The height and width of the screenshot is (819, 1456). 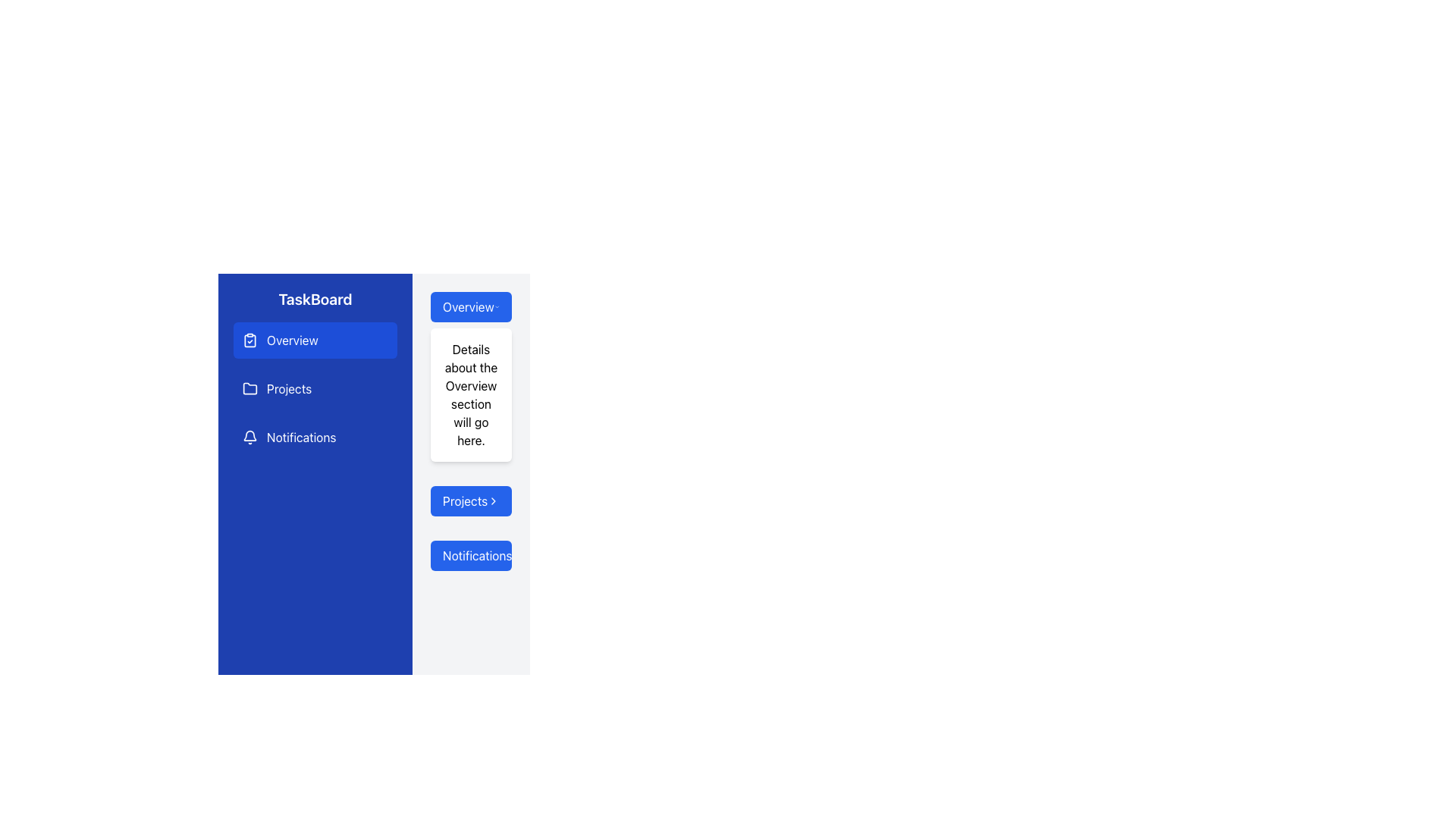 I want to click on the decorative 'Overview' icon in the left-side navigation menu, located to the left of the 'Overview' text label, so click(x=250, y=339).